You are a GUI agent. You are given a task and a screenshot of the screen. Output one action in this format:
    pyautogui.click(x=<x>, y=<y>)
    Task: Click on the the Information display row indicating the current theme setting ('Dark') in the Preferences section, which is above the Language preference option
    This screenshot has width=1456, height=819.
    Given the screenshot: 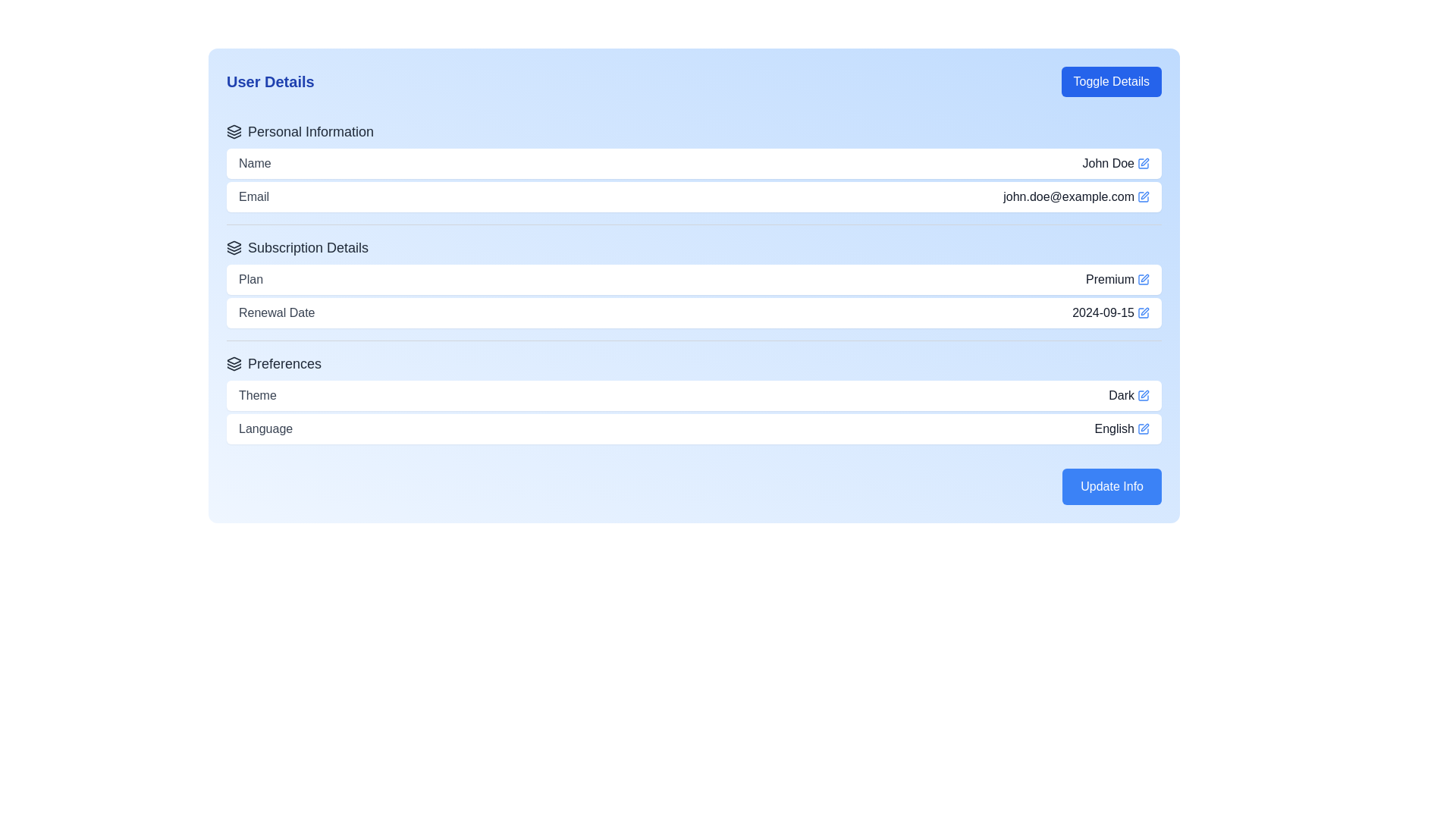 What is the action you would take?
    pyautogui.click(x=693, y=394)
    